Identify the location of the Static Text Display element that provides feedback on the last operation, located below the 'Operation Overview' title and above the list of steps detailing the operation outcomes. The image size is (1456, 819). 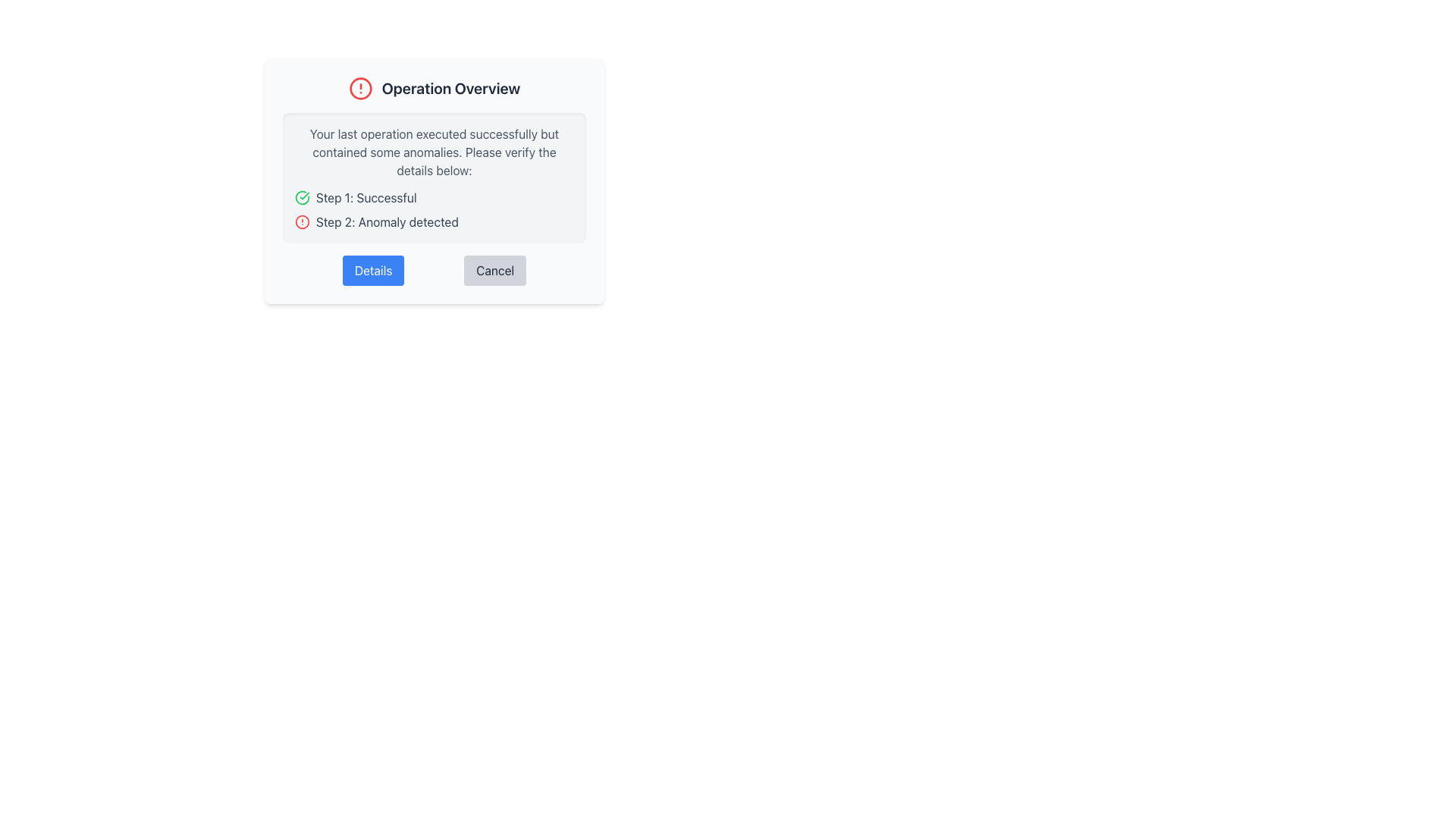
(433, 152).